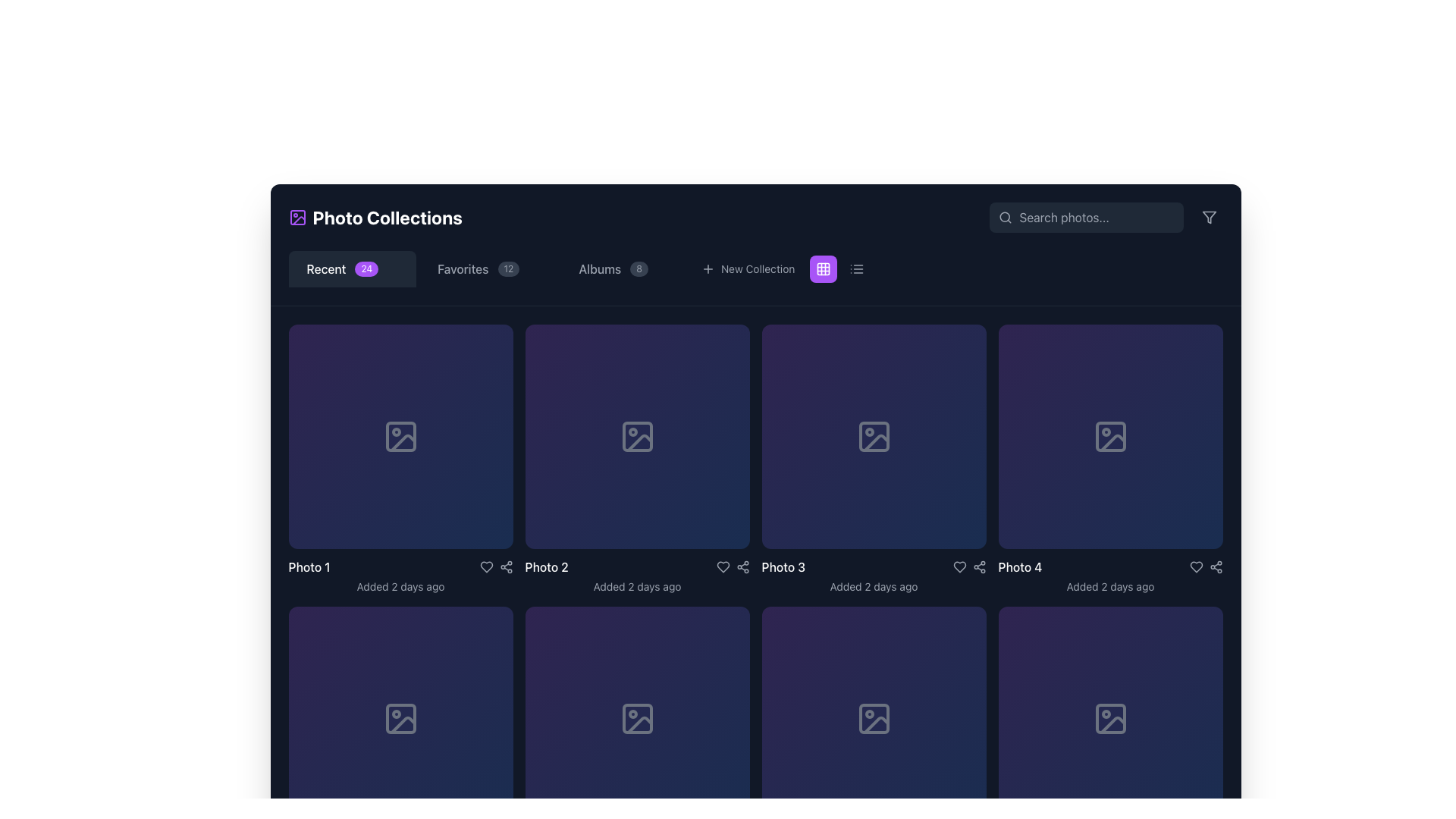 The width and height of the screenshot is (1456, 819). What do you see at coordinates (366, 268) in the screenshot?
I see `the small rounded rectangular badge with a purple background displaying the number '24', located within the 'Recent' button in the horizontal navigation bar` at bounding box center [366, 268].